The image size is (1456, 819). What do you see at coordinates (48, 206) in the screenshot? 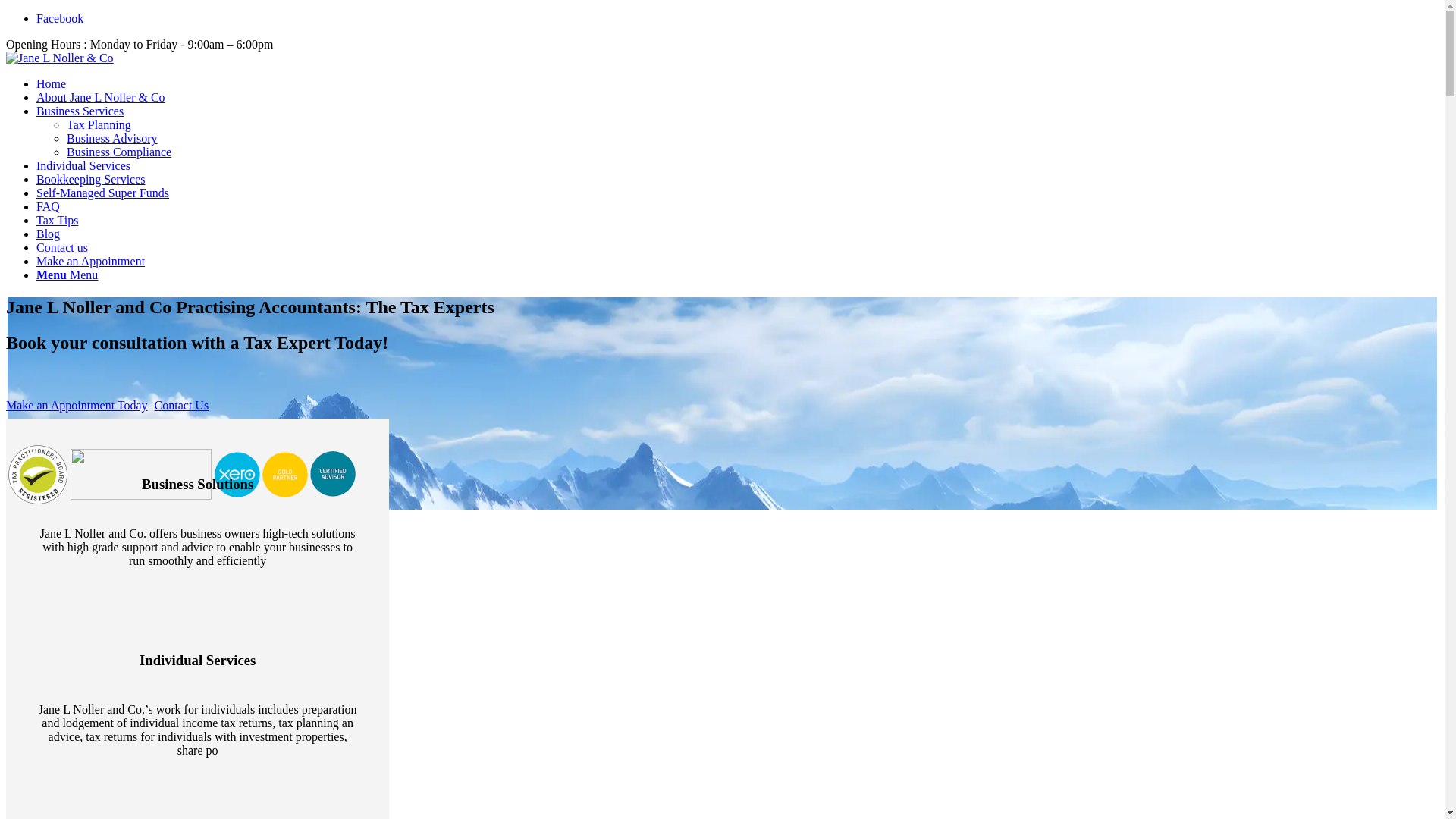
I see `'FAQ'` at bounding box center [48, 206].